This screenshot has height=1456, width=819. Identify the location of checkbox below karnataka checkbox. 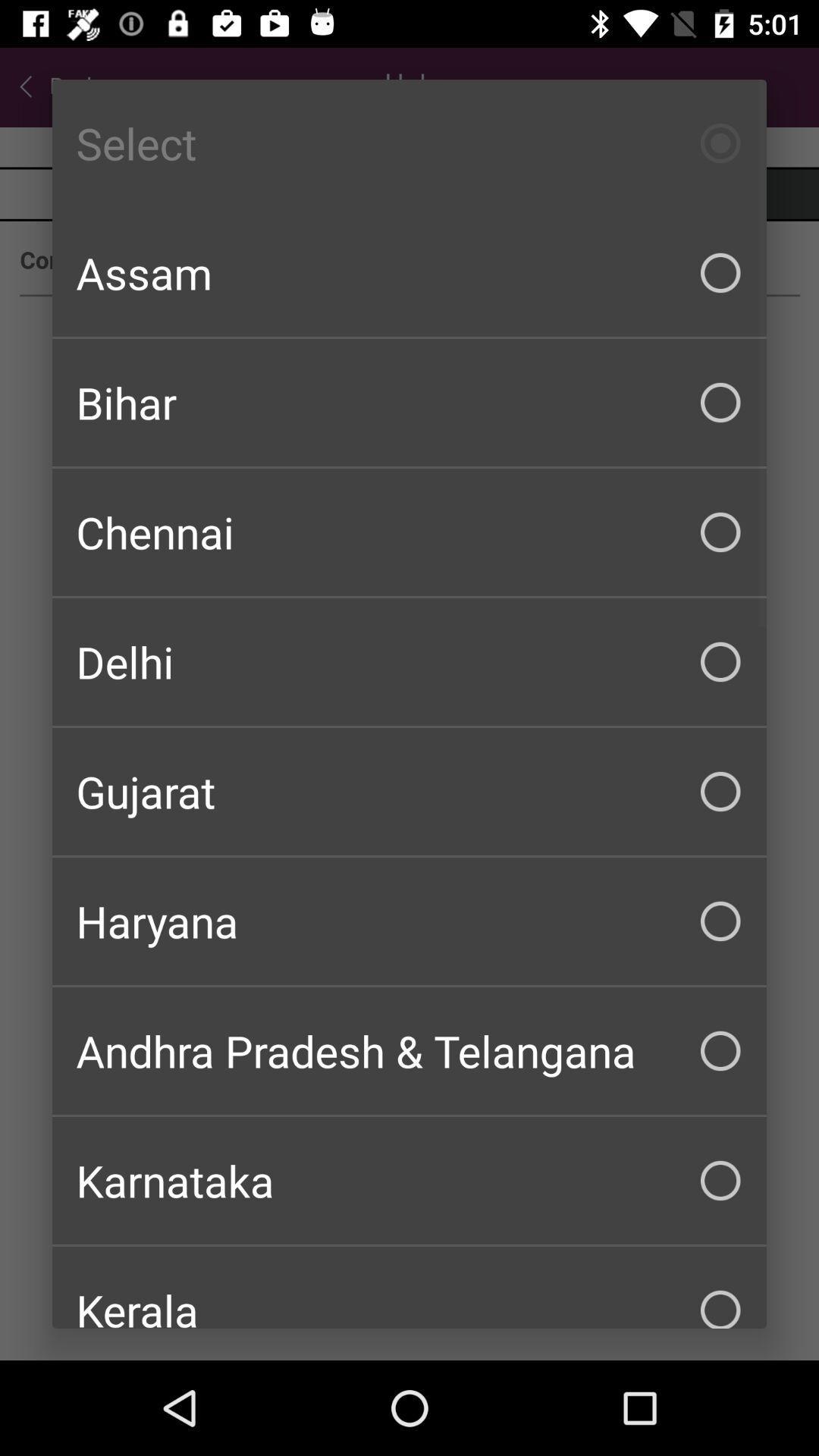
(409, 1287).